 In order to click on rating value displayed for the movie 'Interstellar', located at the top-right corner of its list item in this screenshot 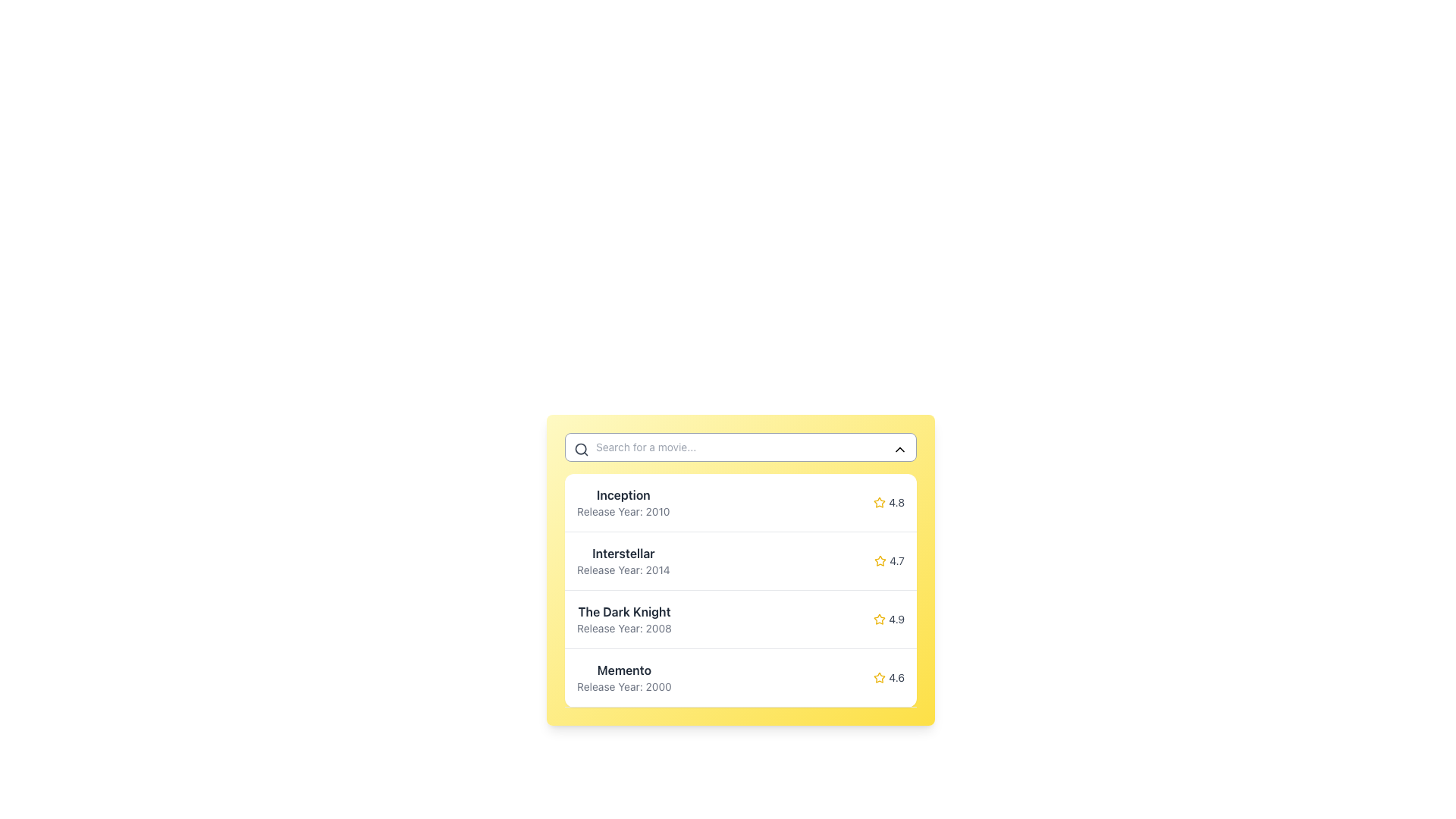, I will do `click(890, 561)`.